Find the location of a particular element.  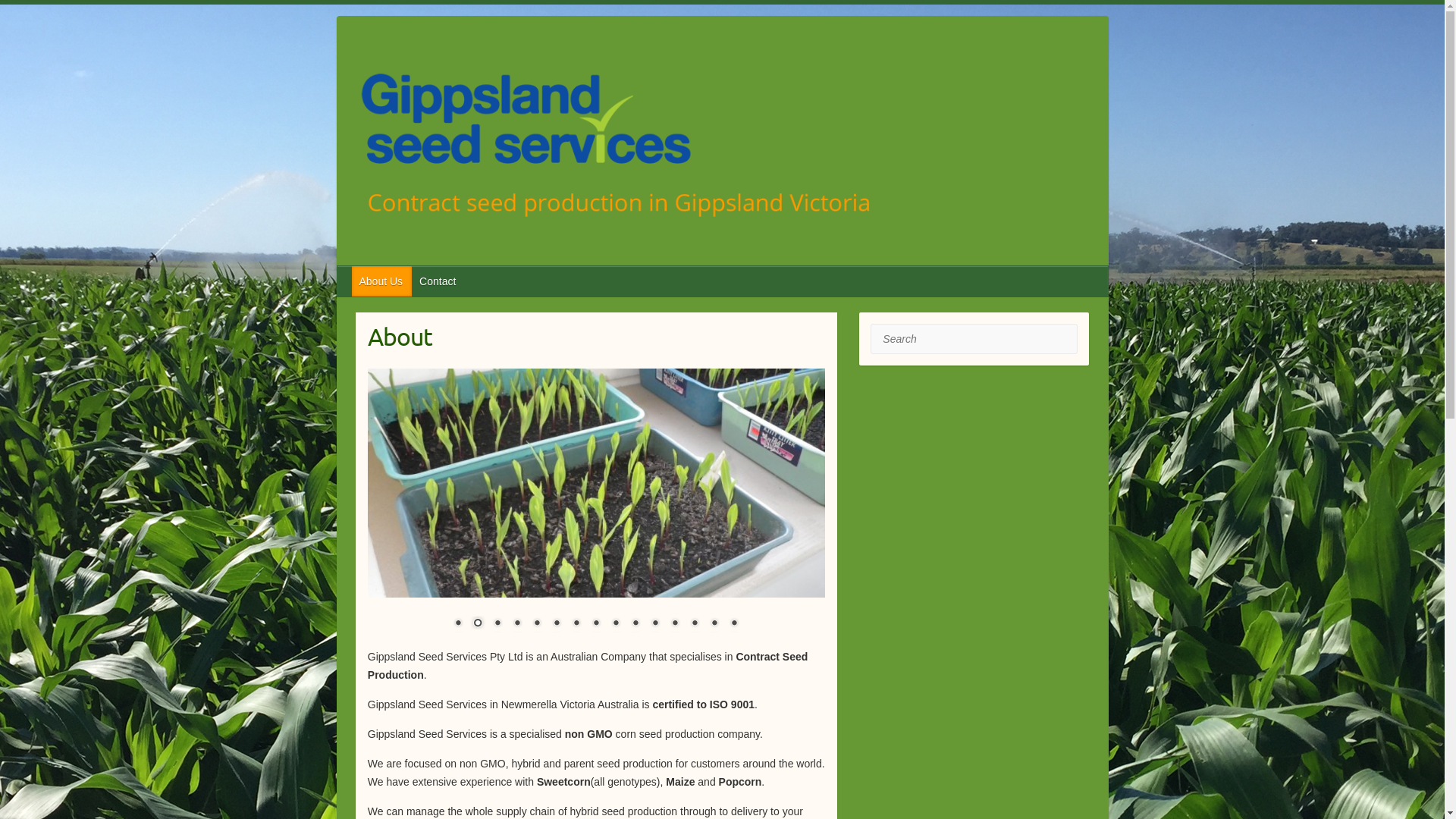

'Gippsland Seed Services' is located at coordinates (351, 145).